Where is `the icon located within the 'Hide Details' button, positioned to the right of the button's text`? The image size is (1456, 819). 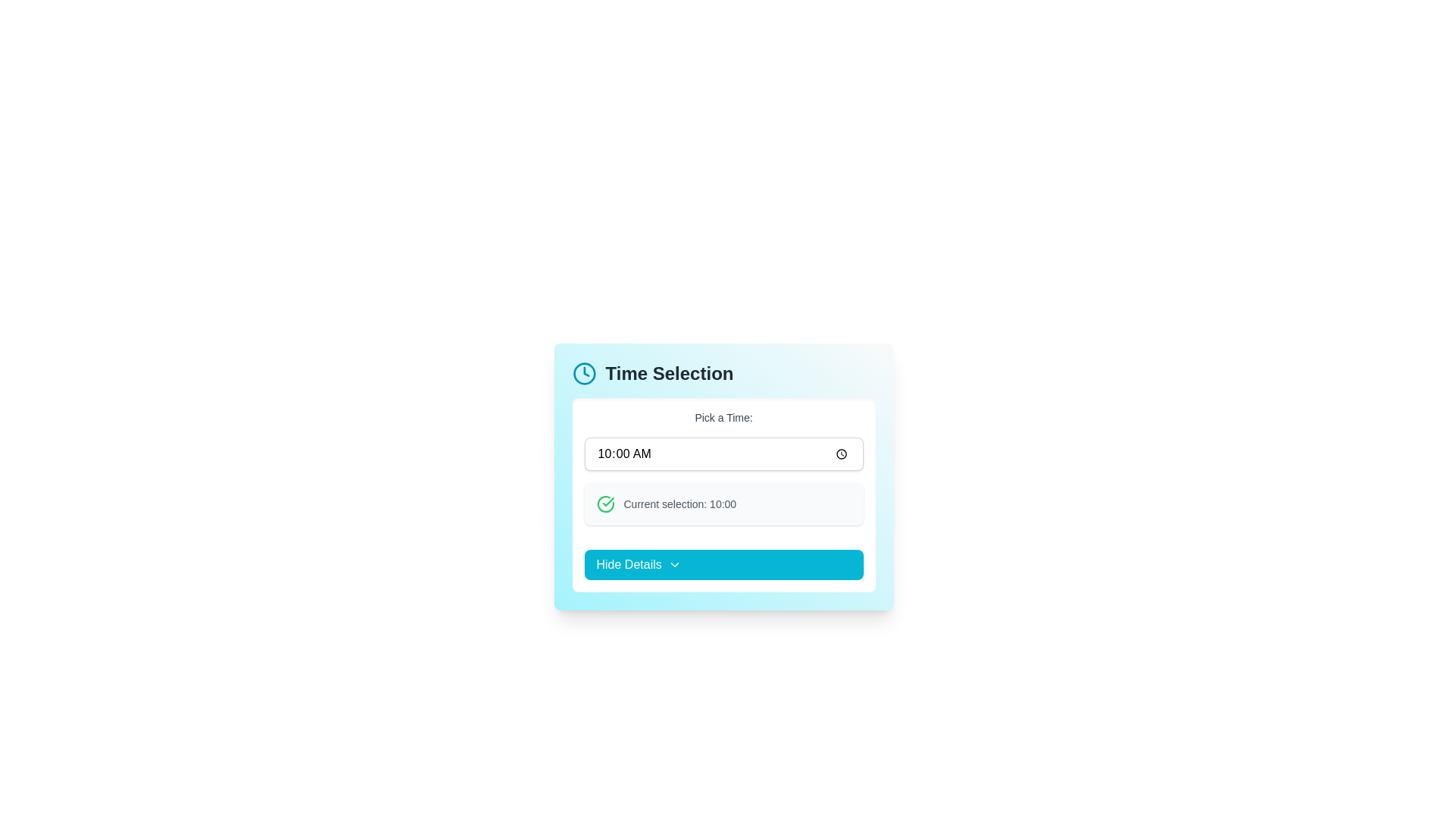 the icon located within the 'Hide Details' button, positioned to the right of the button's text is located at coordinates (673, 564).